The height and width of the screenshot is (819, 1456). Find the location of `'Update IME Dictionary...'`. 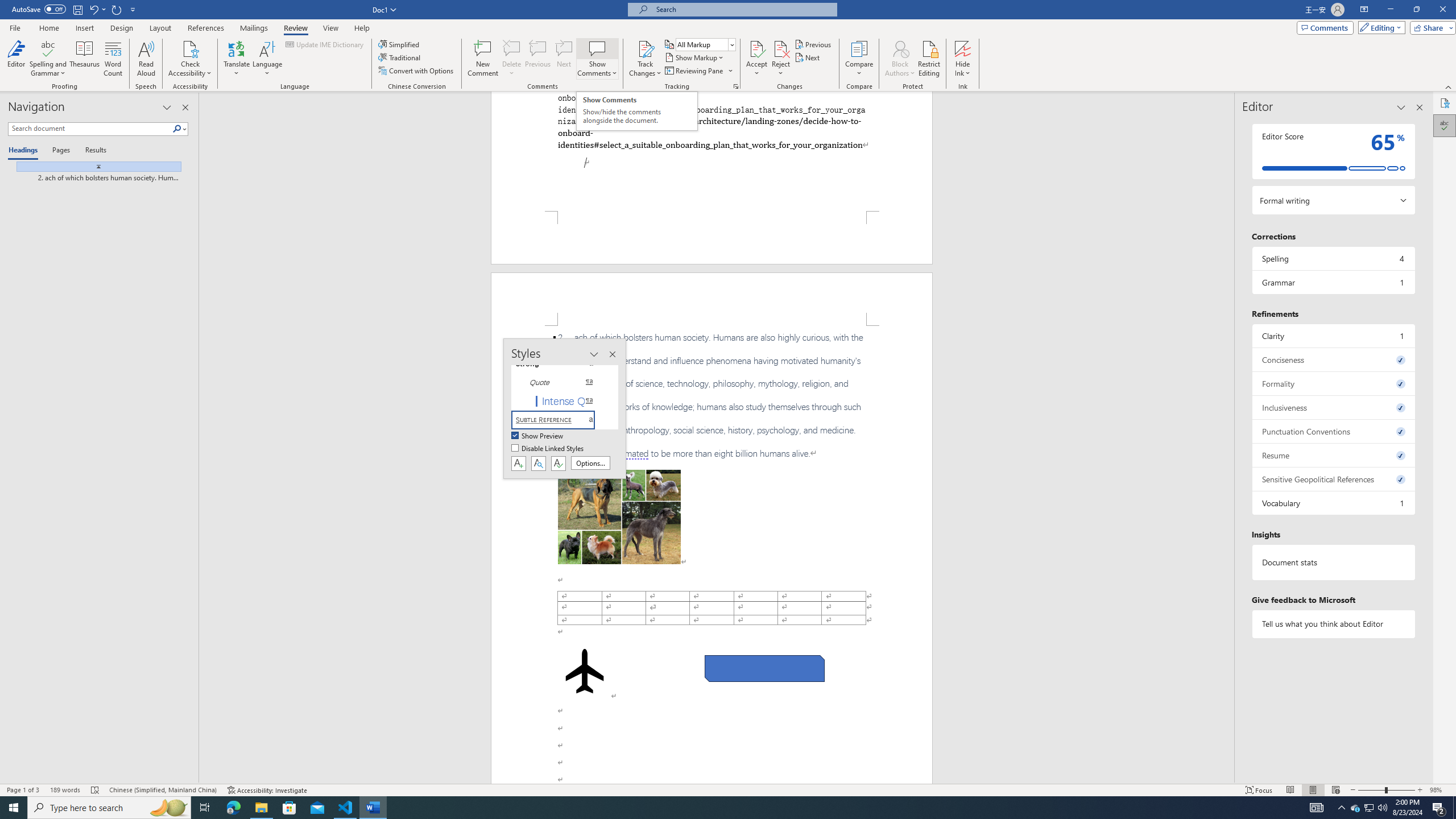

'Update IME Dictionary...' is located at coordinates (325, 44).